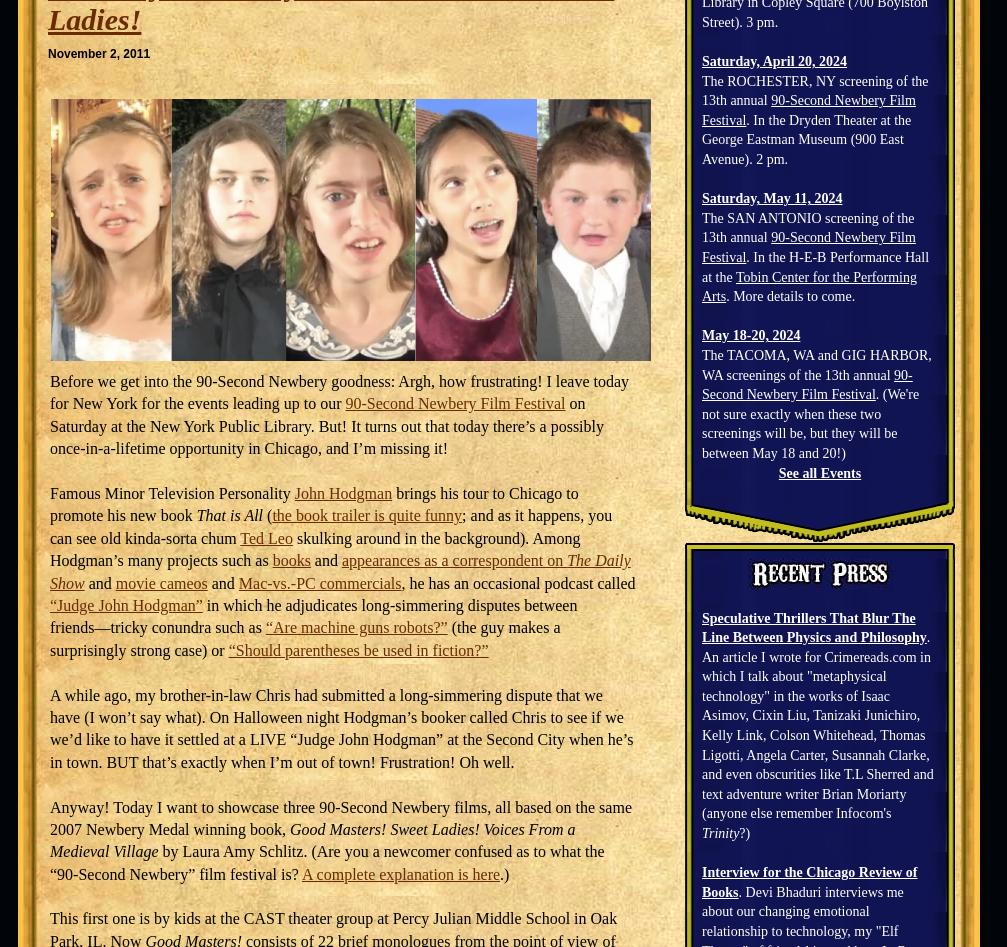 The height and width of the screenshot is (947, 1007). What do you see at coordinates (340, 817) in the screenshot?
I see `'Anyway! Today I want to showcase three 90-Second Newbery films, all based on the same 2007 Newbery Medal winning book,'` at bounding box center [340, 817].